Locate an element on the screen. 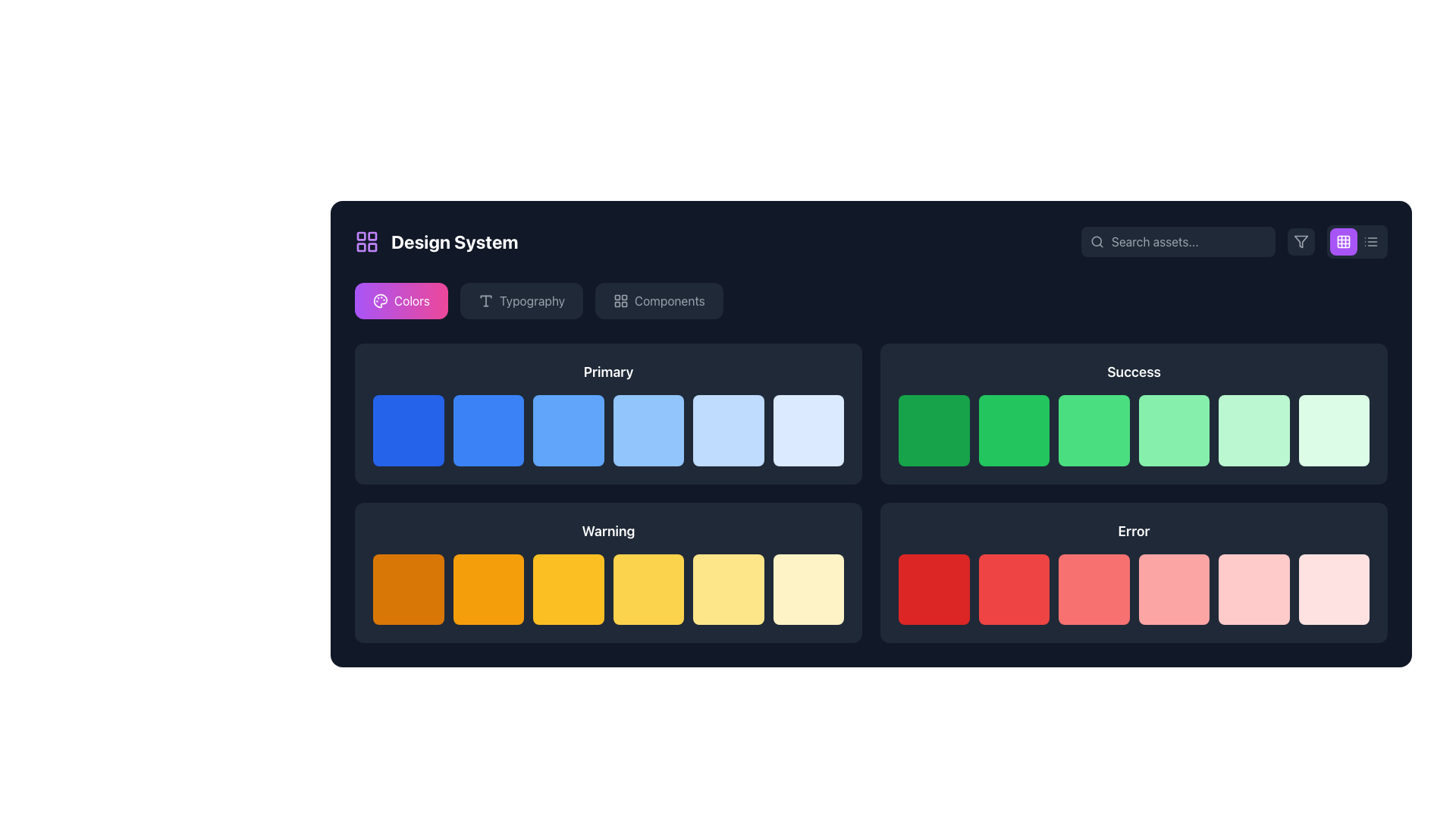 The image size is (1456, 819). the third color swatch representing a shade of red in the 'Error' section is located at coordinates (1134, 588).